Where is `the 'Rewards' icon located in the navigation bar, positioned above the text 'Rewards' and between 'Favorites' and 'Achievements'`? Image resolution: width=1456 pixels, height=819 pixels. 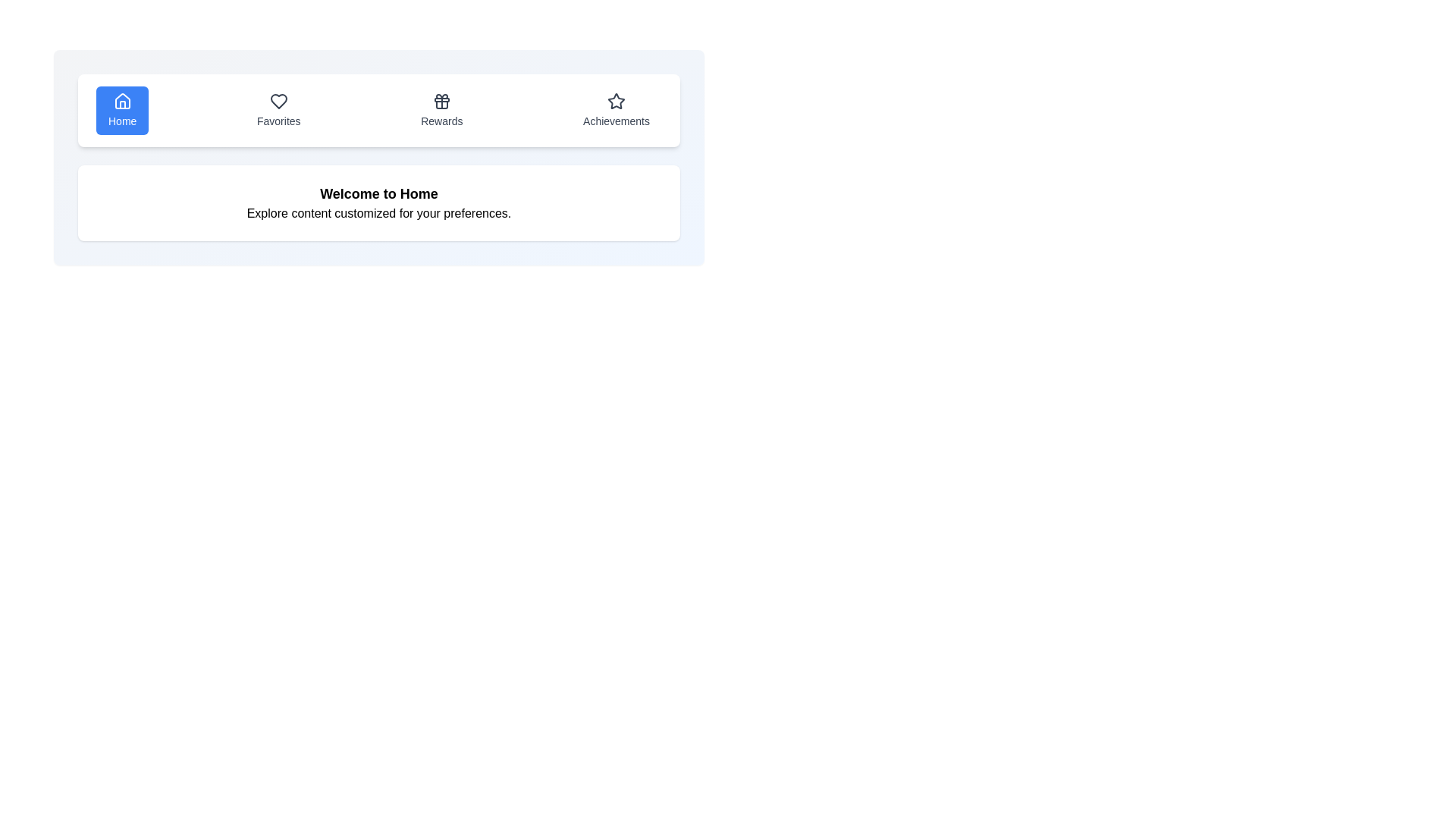
the 'Rewards' icon located in the navigation bar, positioned above the text 'Rewards' and between 'Favorites' and 'Achievements' is located at coordinates (441, 102).